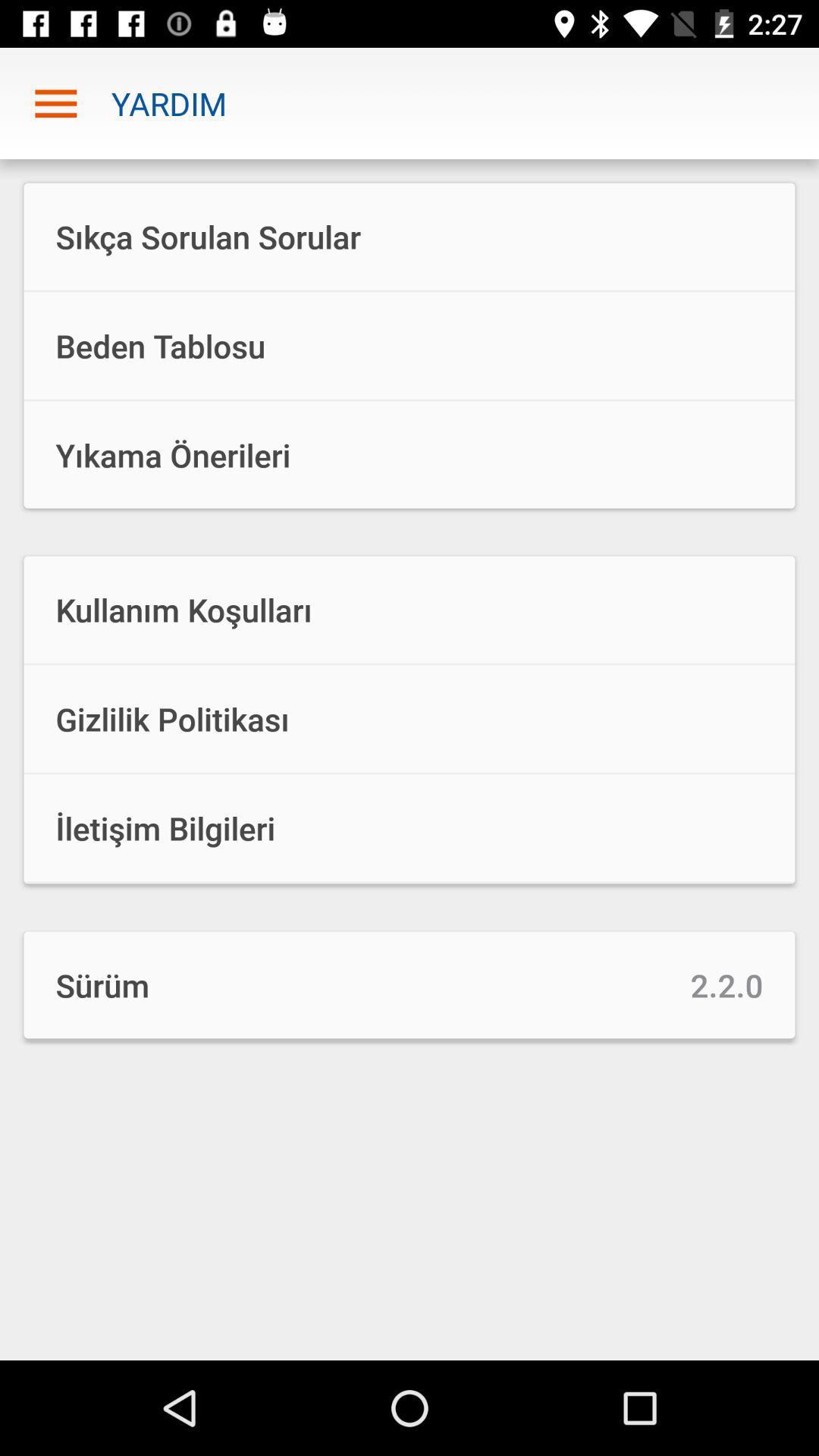 This screenshot has height=1456, width=819. What do you see at coordinates (55, 102) in the screenshot?
I see `the icon to the left of yardim item` at bounding box center [55, 102].